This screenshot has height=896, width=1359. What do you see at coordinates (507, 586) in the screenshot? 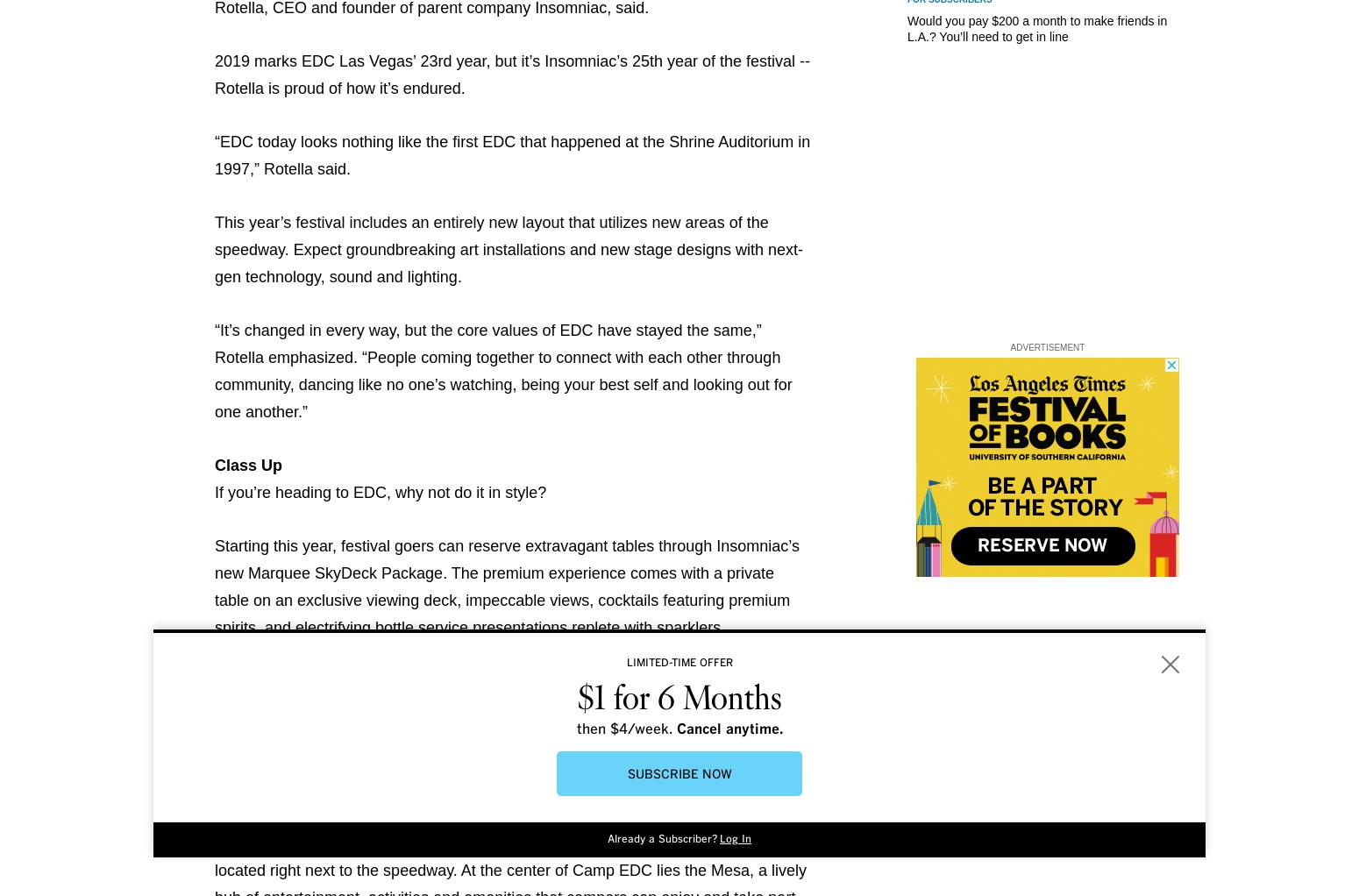
I see `'Starting this year, festival goers can reserve extravagant tables through Insomniac’s new Marquee SkyDeck Package. The premium experience comes with a private table on an exclusive viewing deck, impeccable views, cocktails featuring premium spirits, and electrifying bottle service presentations replete with sparklers.'` at bounding box center [507, 586].